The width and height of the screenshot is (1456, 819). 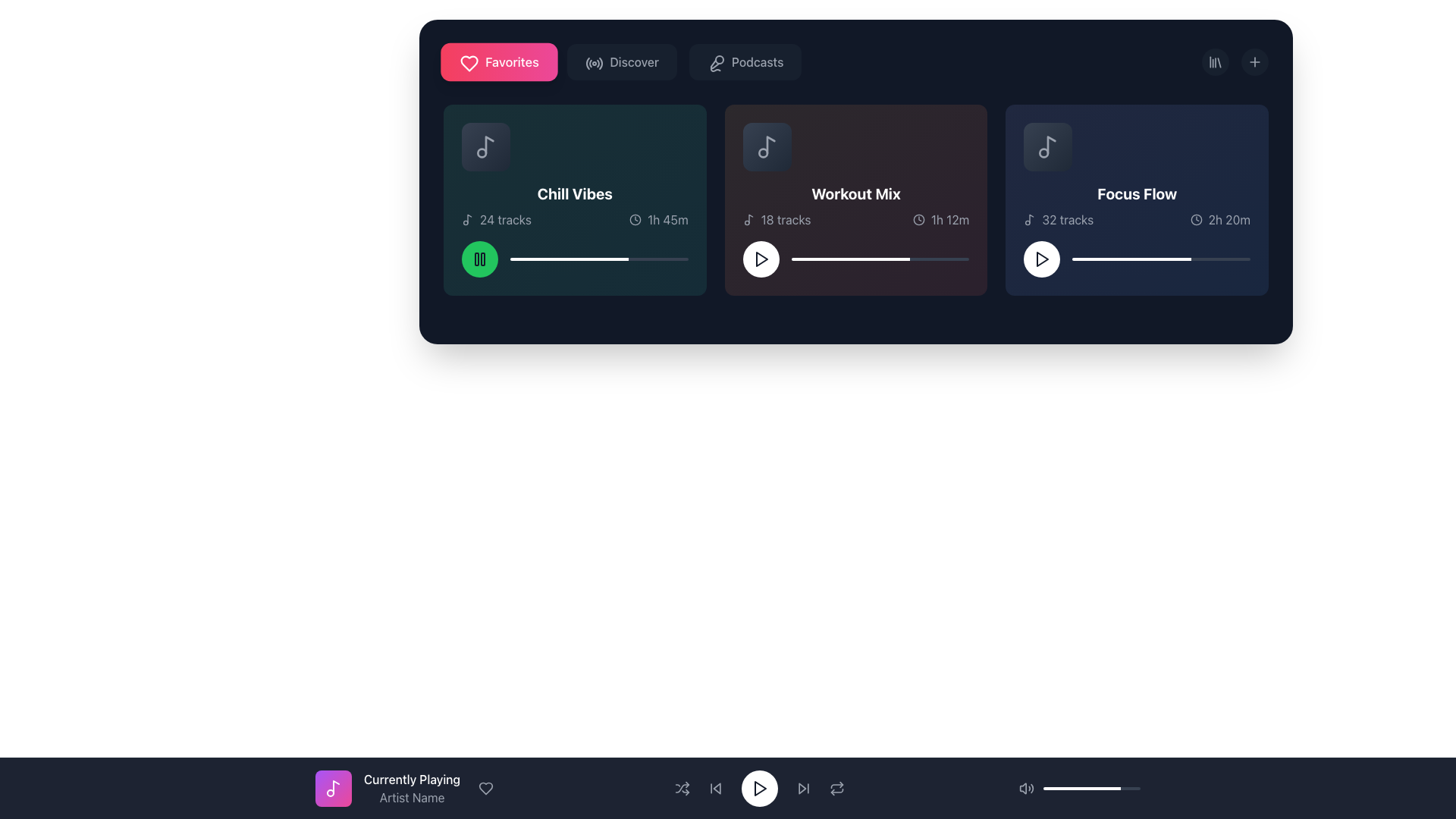 I want to click on the horizontal progress bar located in the bottom right section of the 'Focus Flow' card, so click(x=1137, y=259).